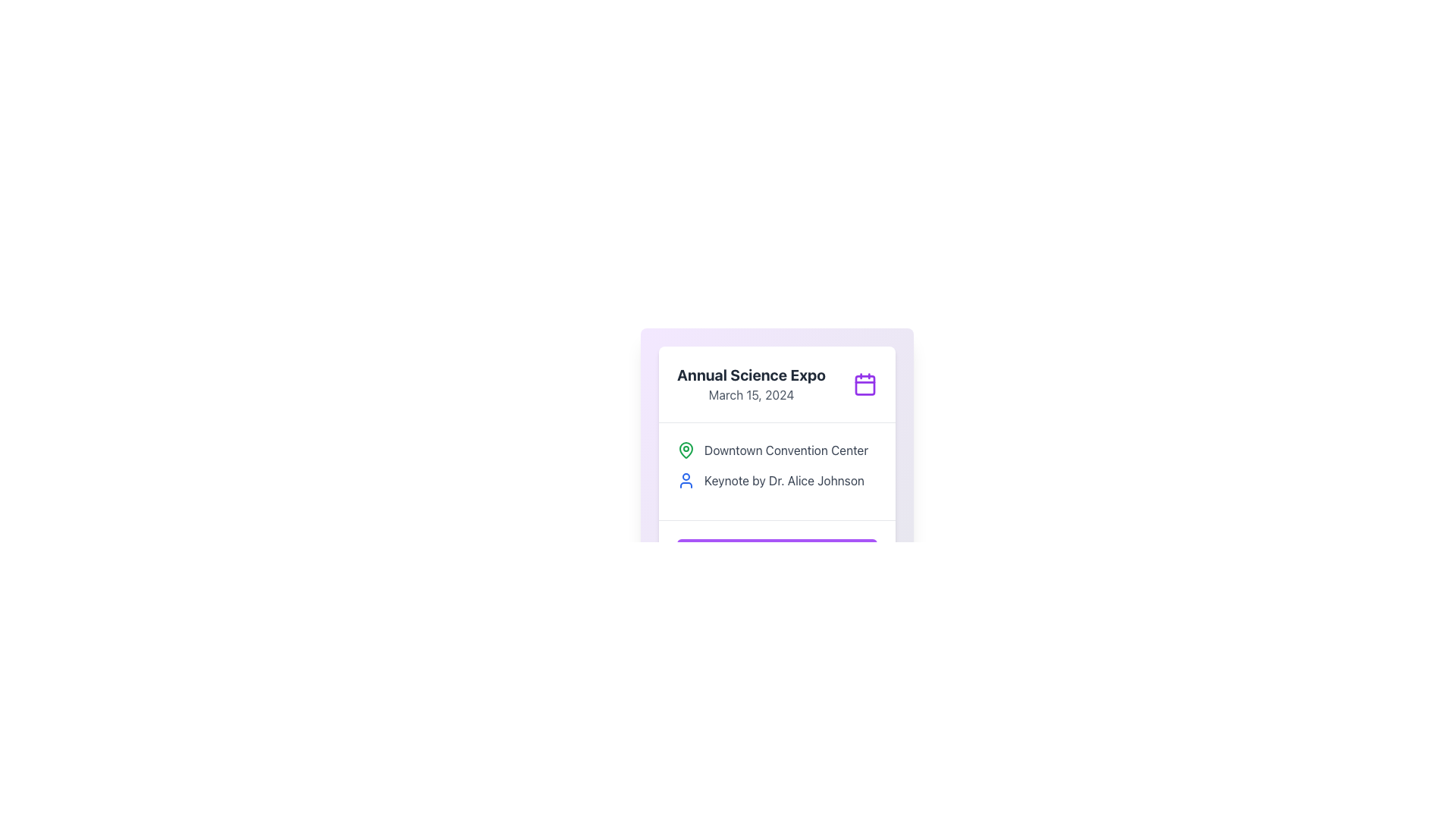 This screenshot has height=819, width=1456. Describe the element at coordinates (752, 394) in the screenshot. I see `the plain text label displaying the date 'March 15, 2024', which is positioned below the heading 'Annual Science Expo'` at that location.